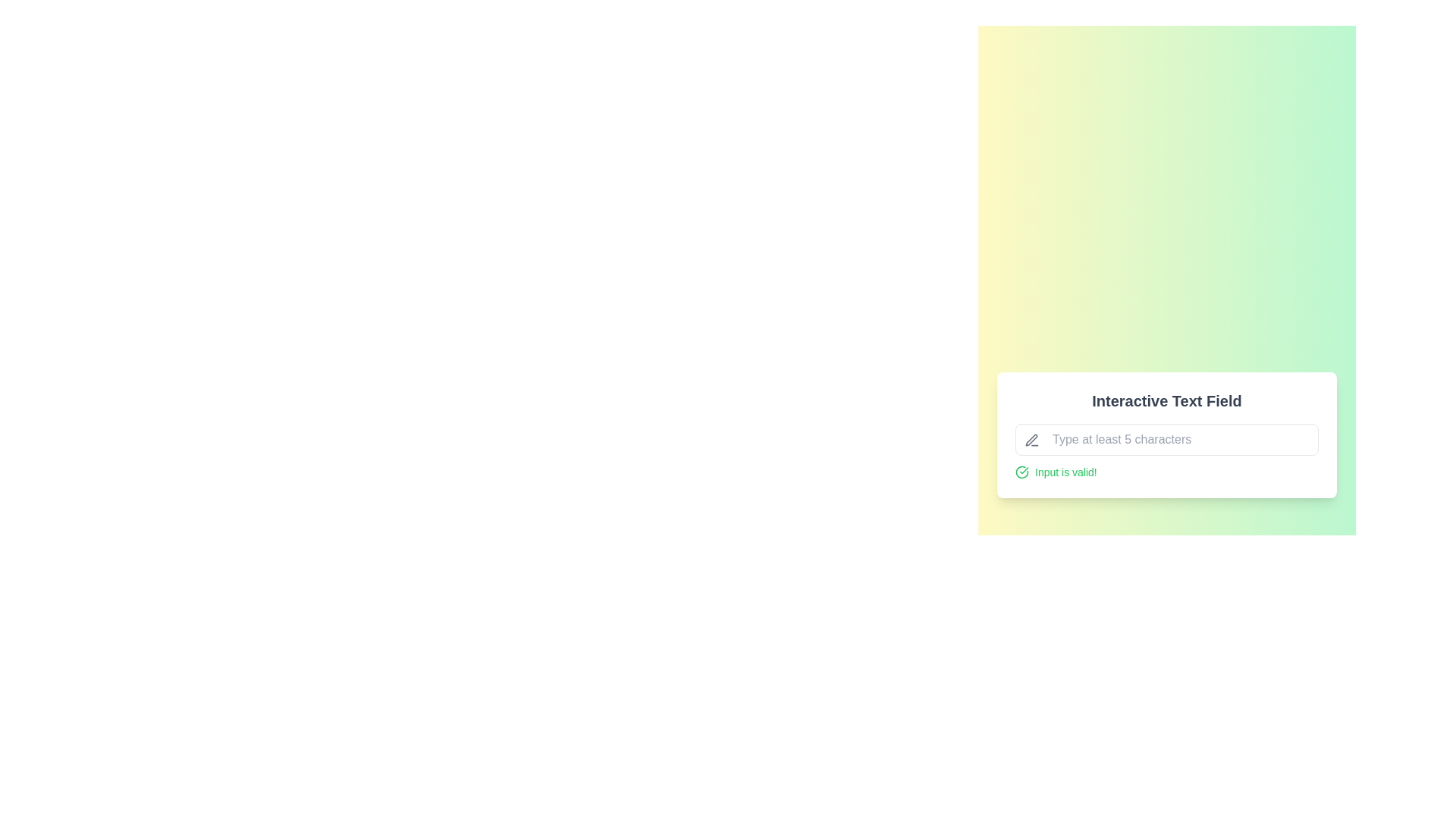 The height and width of the screenshot is (819, 1456). I want to click on the Graphics icon (pen), which is a small pen-like icon located in the top-left corner of the validation message box, near the left edge of the text input field labeled 'Type at least 5 characters.', so click(1031, 440).